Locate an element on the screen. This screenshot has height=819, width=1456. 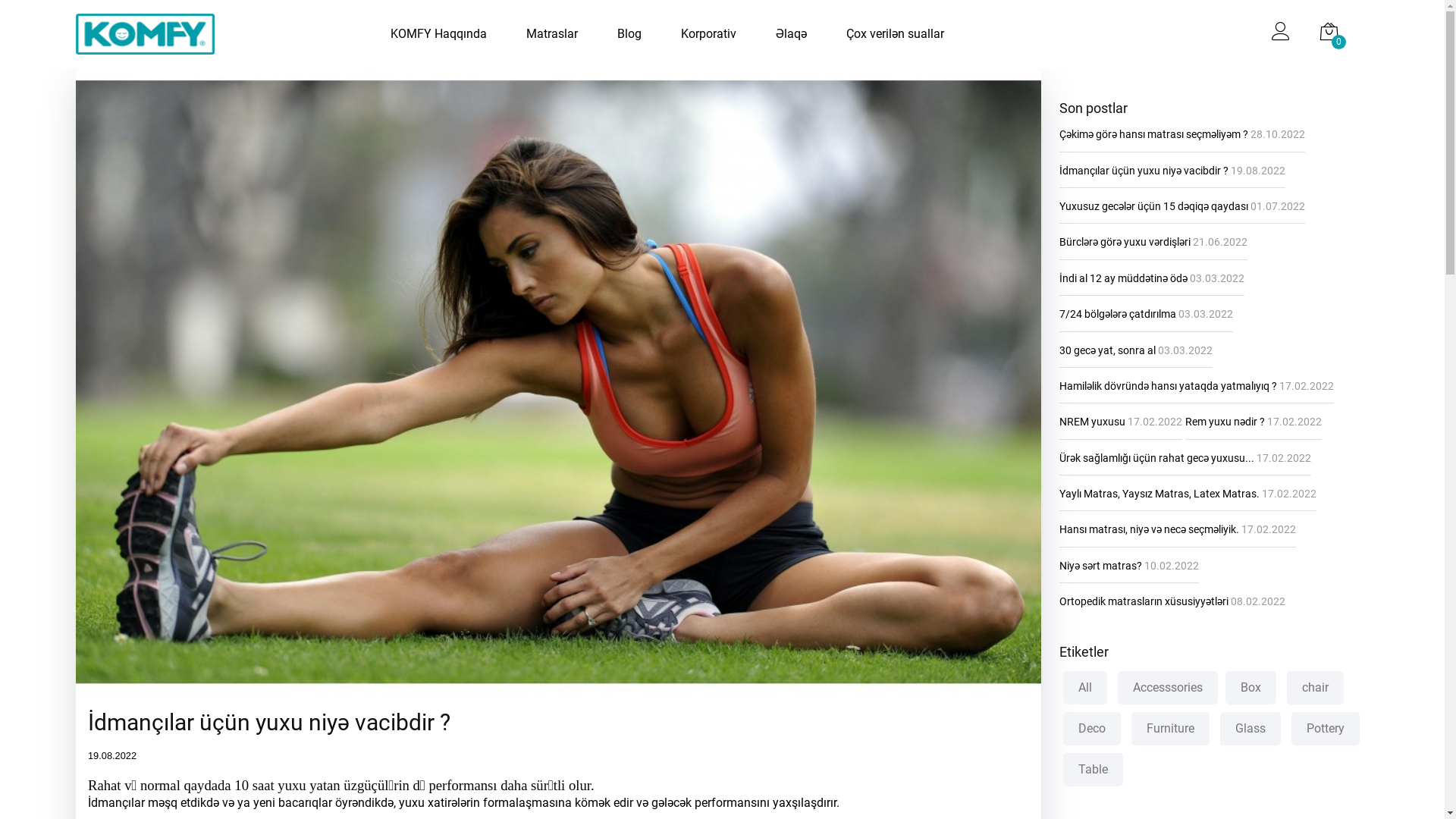
'chair' is located at coordinates (1286, 687).